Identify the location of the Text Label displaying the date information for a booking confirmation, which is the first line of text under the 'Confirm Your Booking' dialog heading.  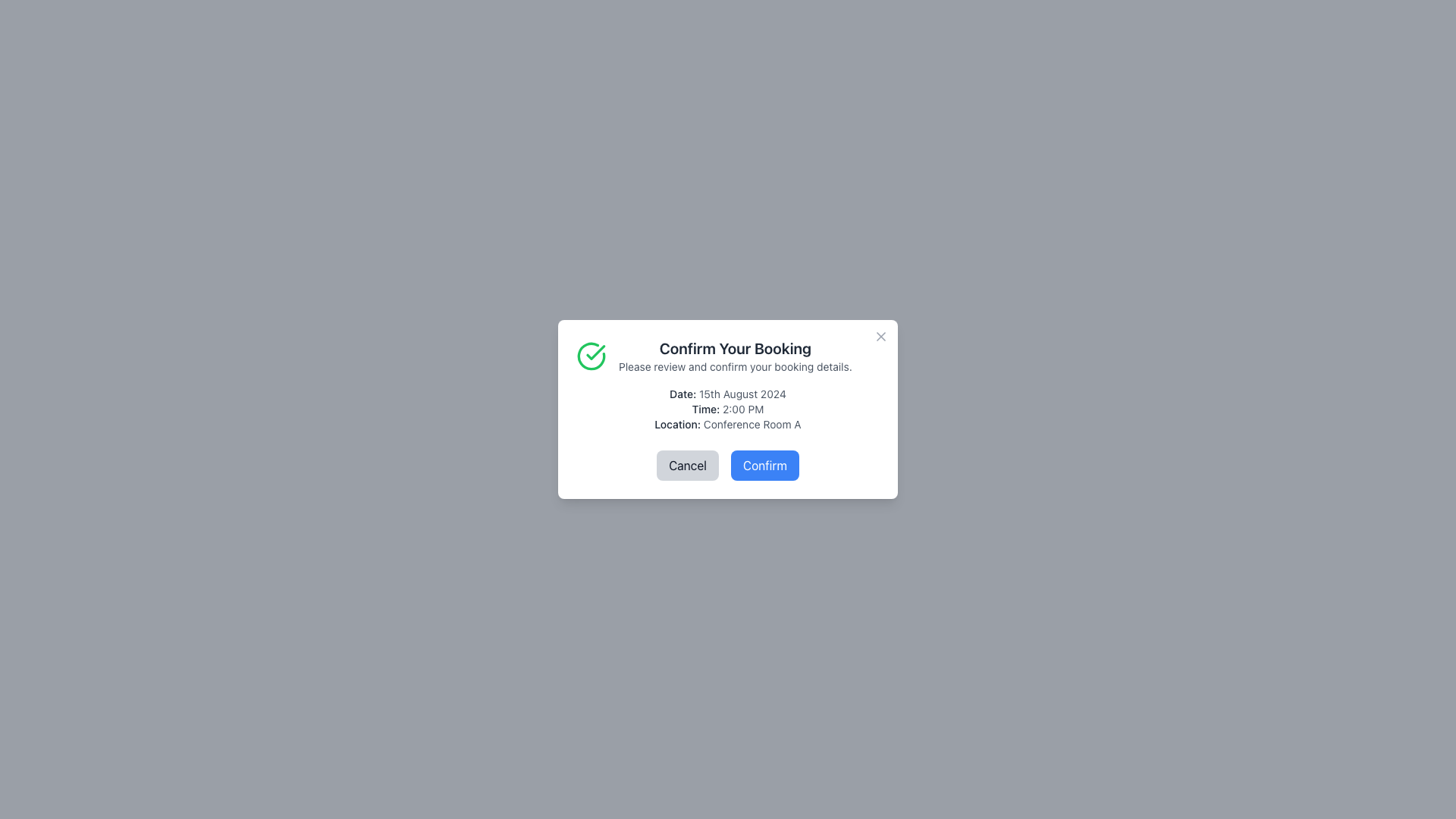
(728, 394).